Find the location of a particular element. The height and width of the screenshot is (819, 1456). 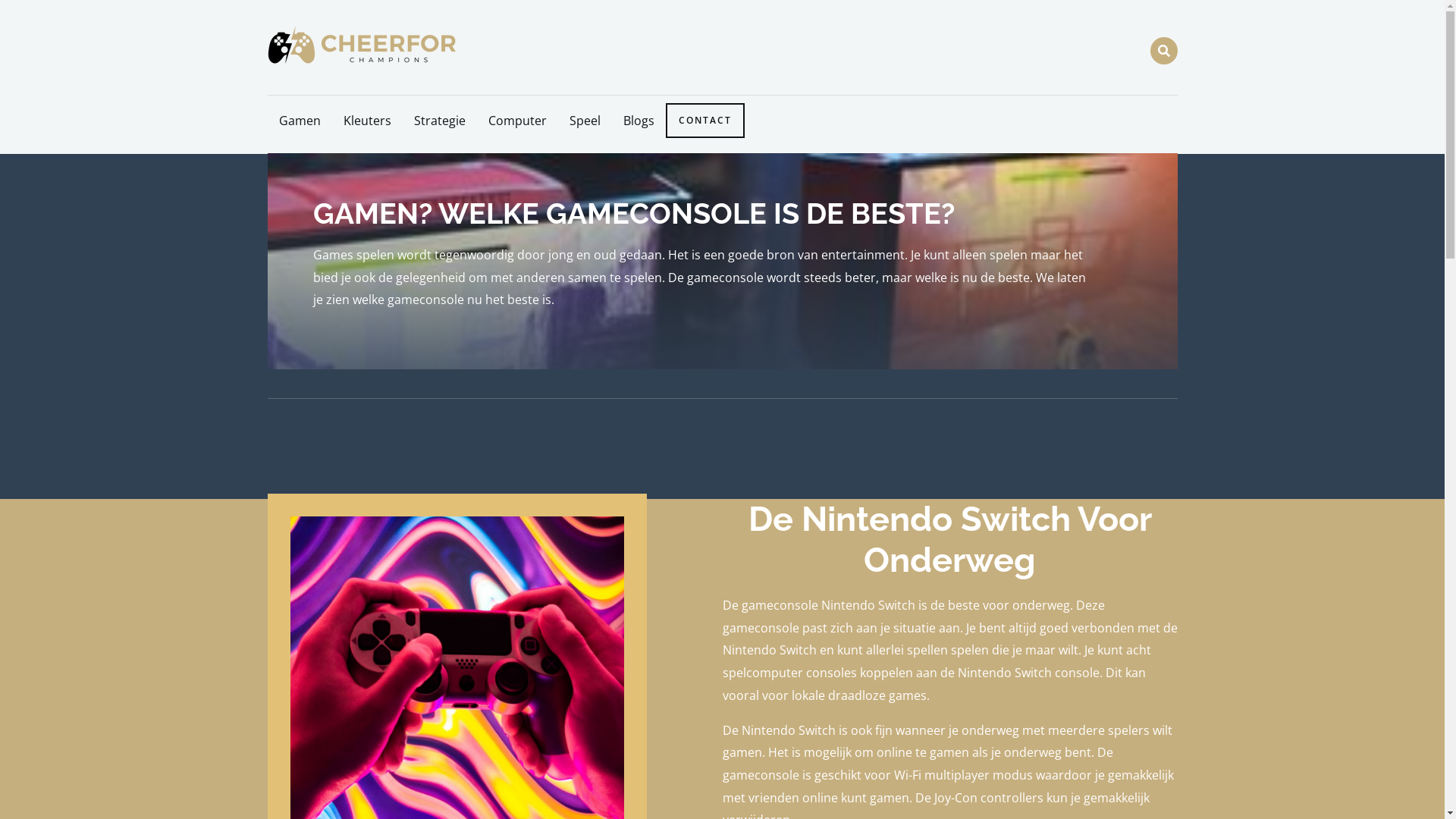

'CONTACT' is located at coordinates (704, 119).